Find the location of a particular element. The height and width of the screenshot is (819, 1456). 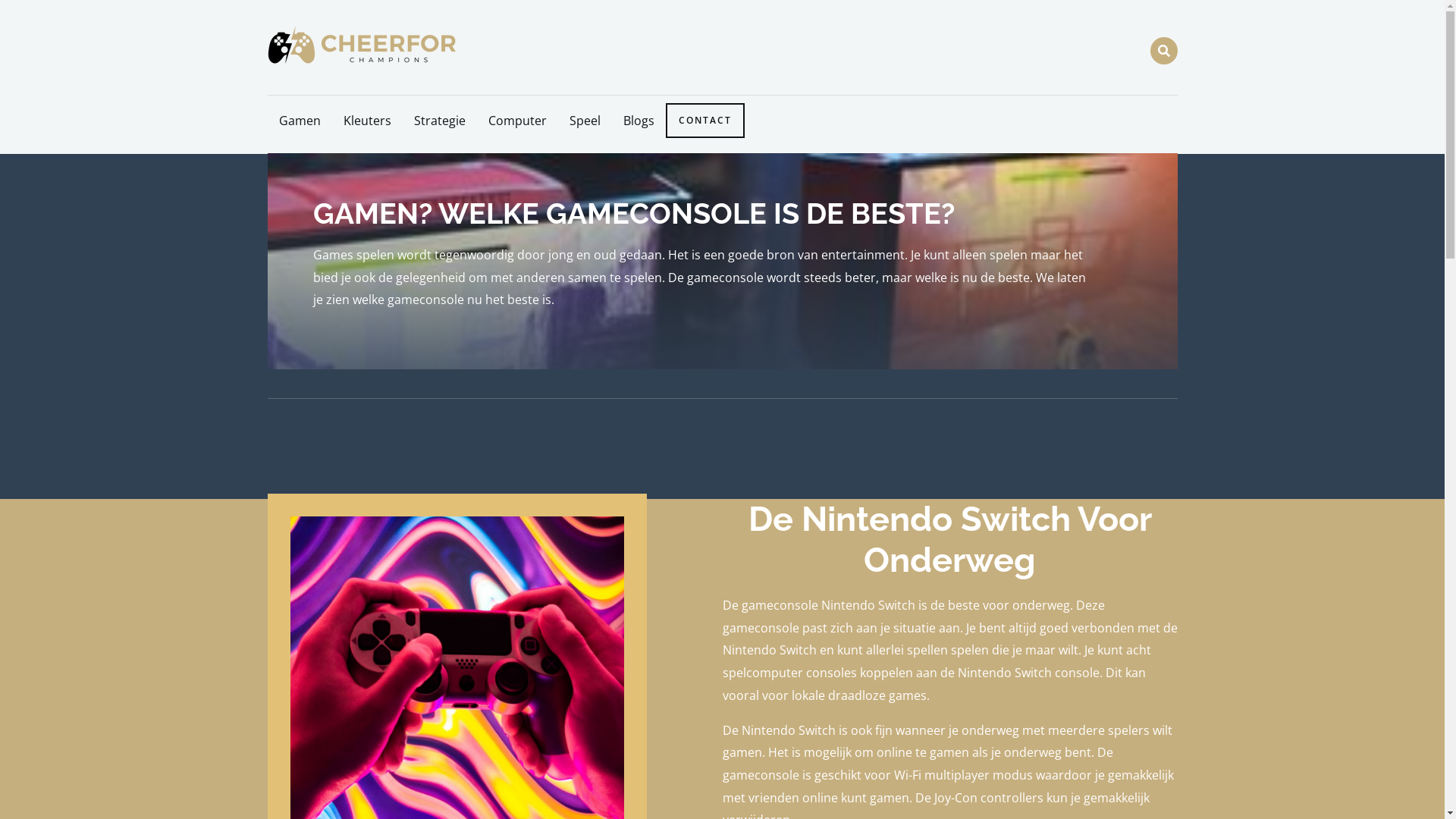

'CONTACT' is located at coordinates (704, 119).